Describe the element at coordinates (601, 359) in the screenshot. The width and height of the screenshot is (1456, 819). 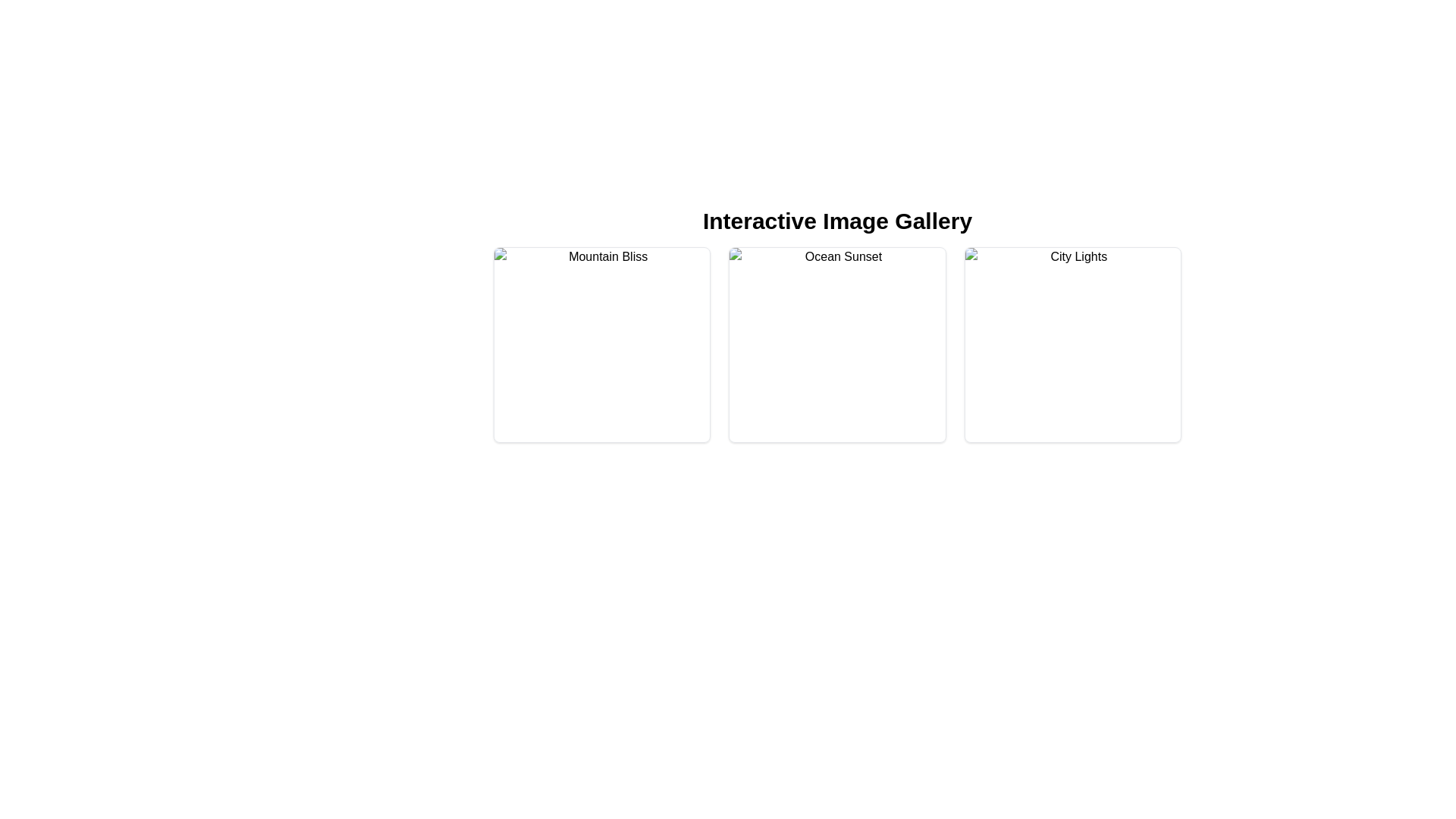
I see `the visual content of the tag icon located in the center of the 'Mountain Bliss' card in the interactive image gallery` at that location.